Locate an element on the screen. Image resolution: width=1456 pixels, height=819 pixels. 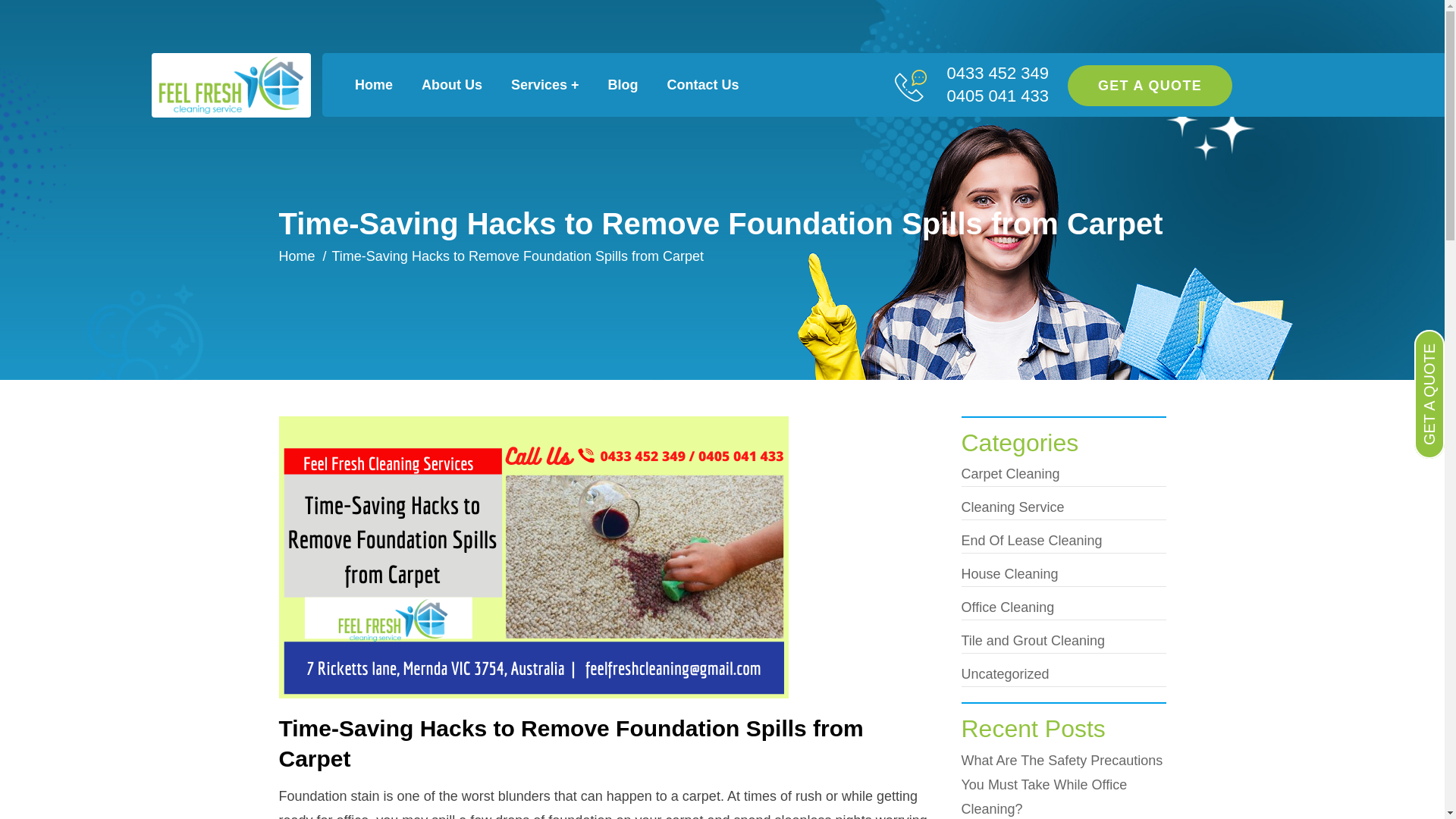
'End Of Lease Cleaning' is located at coordinates (1062, 540).